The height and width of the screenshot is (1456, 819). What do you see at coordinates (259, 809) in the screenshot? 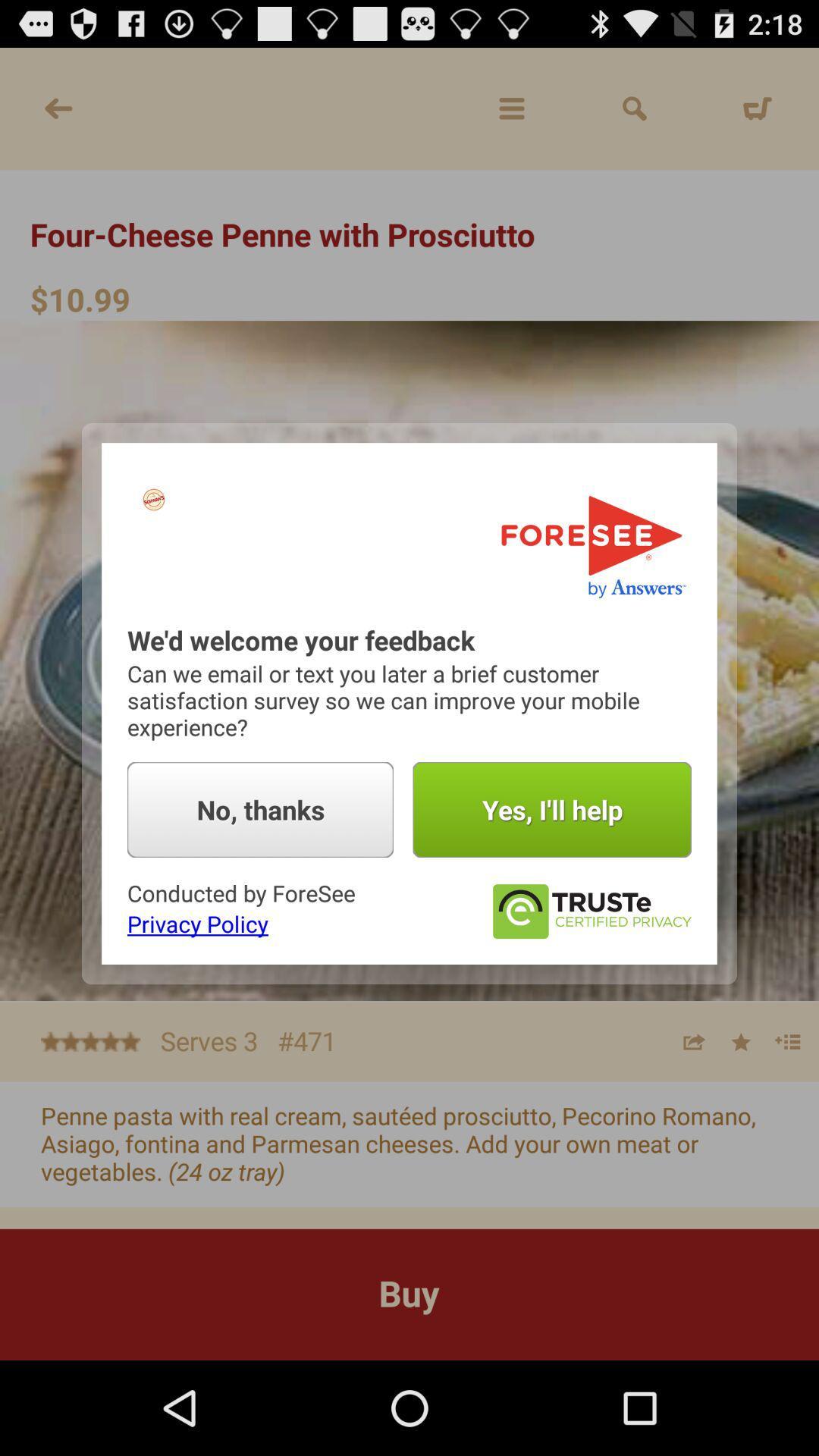
I see `item above the conducted by foresee item` at bounding box center [259, 809].